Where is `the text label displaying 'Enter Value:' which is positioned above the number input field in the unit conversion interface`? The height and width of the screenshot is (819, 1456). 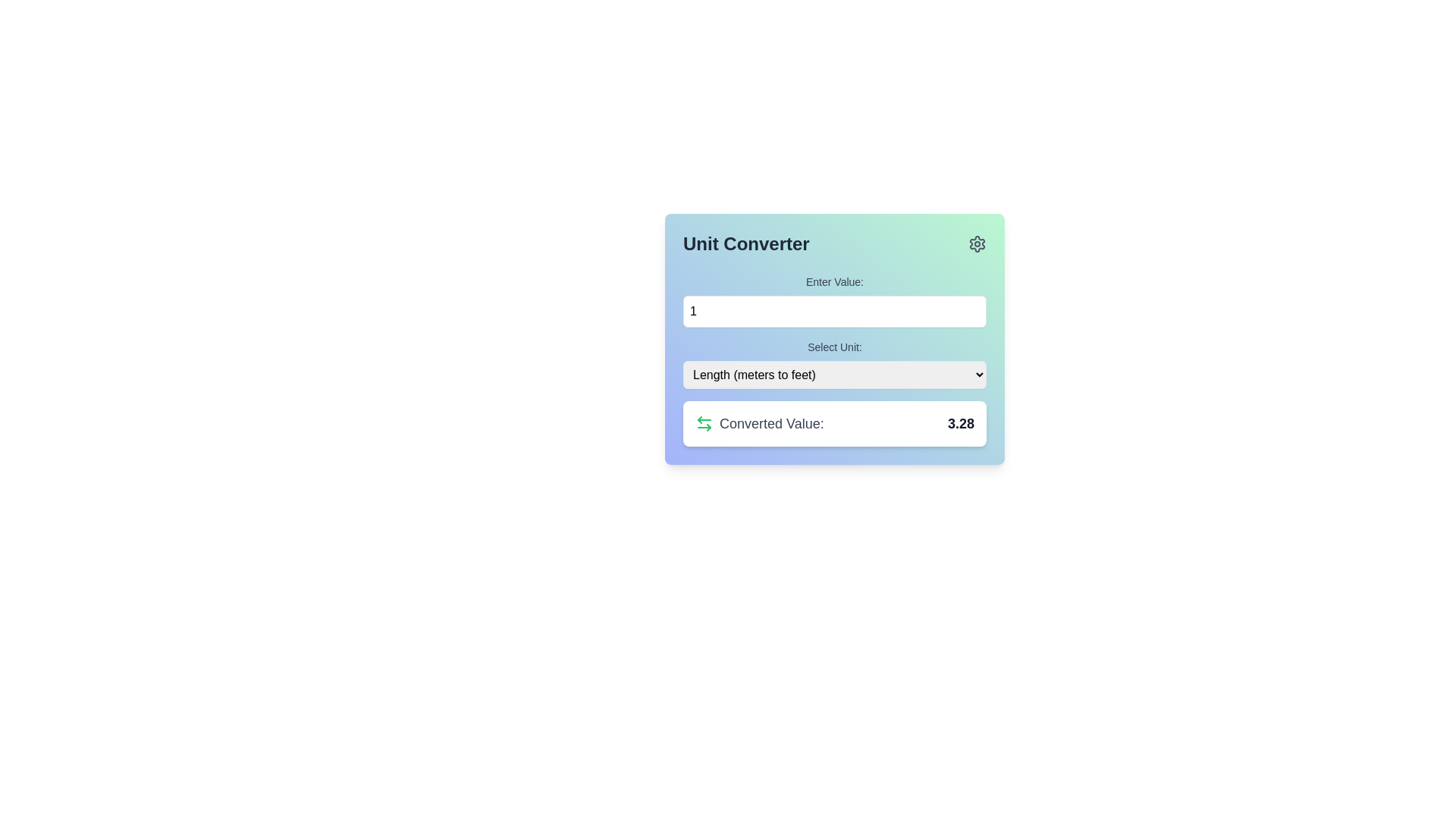
the text label displaying 'Enter Value:' which is positioned above the number input field in the unit conversion interface is located at coordinates (833, 281).